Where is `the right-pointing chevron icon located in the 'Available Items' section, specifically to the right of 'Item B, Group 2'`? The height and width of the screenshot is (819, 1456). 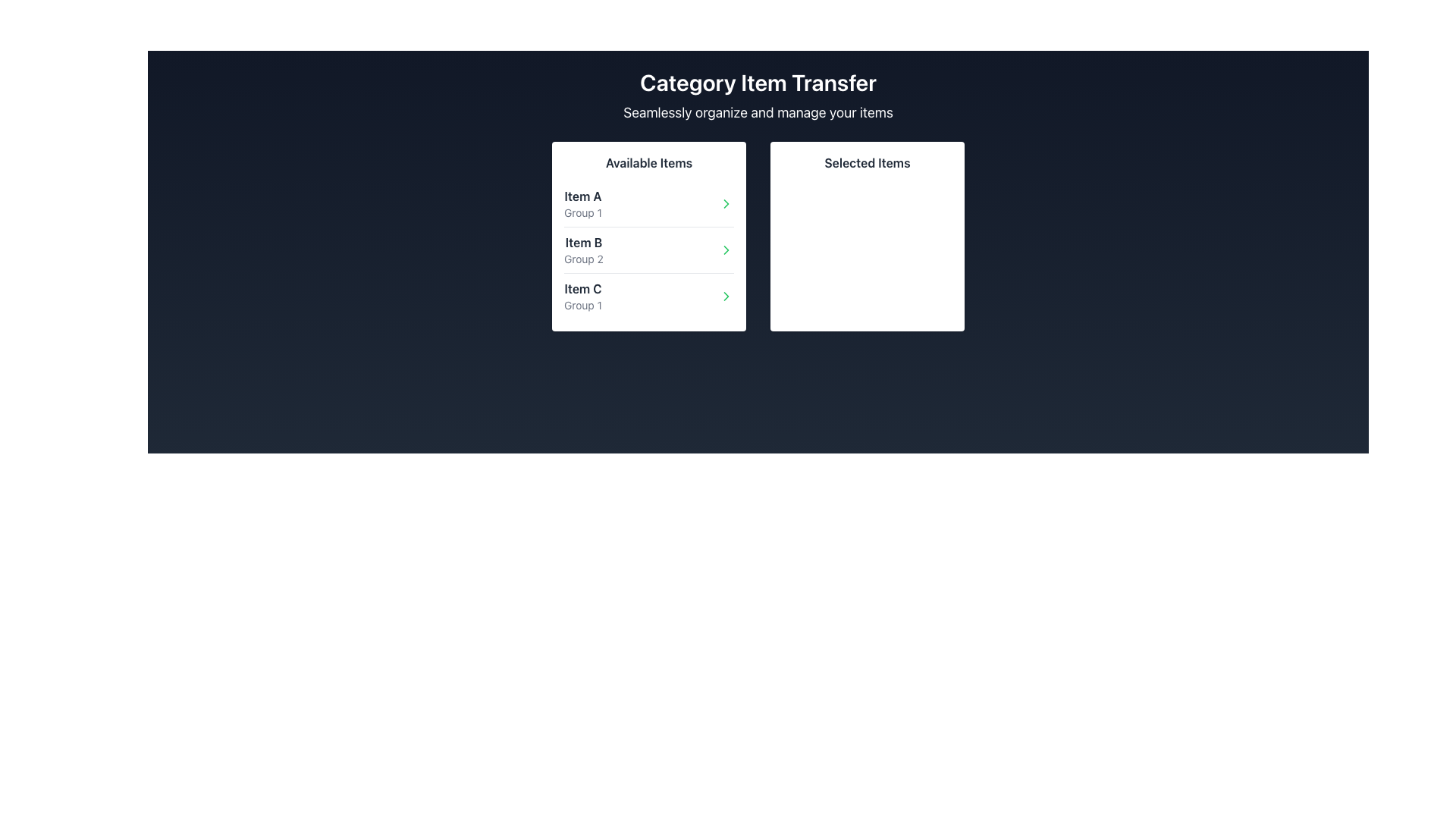 the right-pointing chevron icon located in the 'Available Items' section, specifically to the right of 'Item B, Group 2' is located at coordinates (726, 249).